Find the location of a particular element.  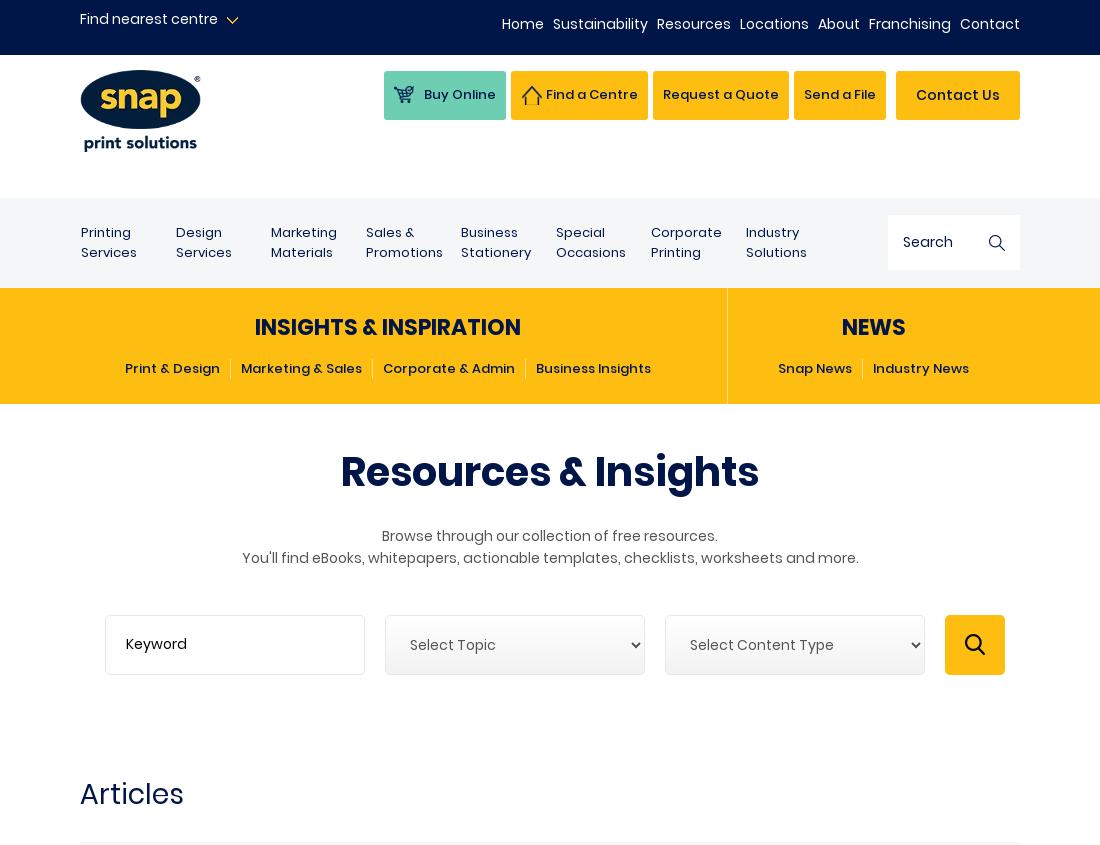

'Corporate Printing' is located at coordinates (686, 241).